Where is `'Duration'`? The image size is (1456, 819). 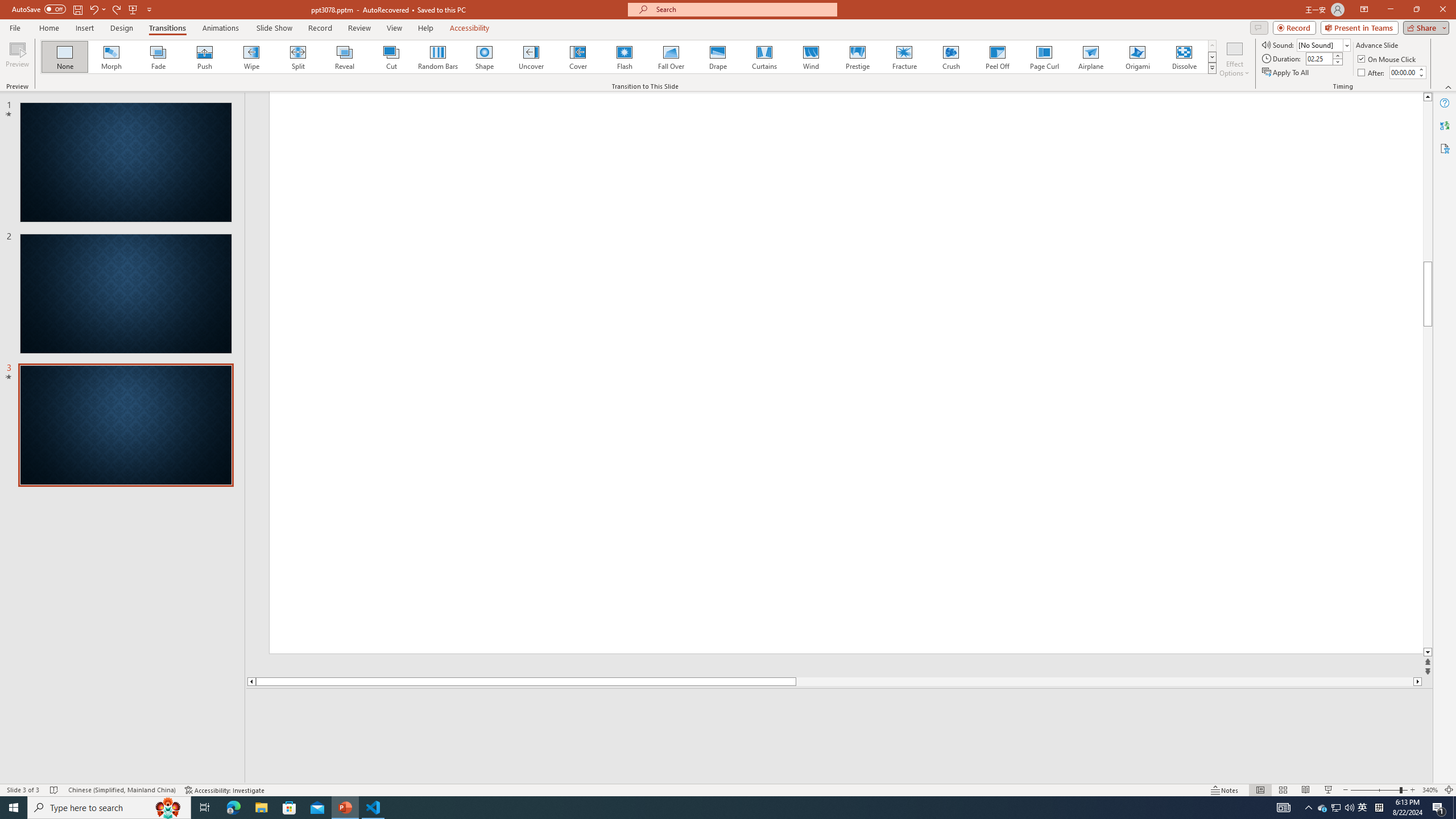
'Duration' is located at coordinates (1319, 58).